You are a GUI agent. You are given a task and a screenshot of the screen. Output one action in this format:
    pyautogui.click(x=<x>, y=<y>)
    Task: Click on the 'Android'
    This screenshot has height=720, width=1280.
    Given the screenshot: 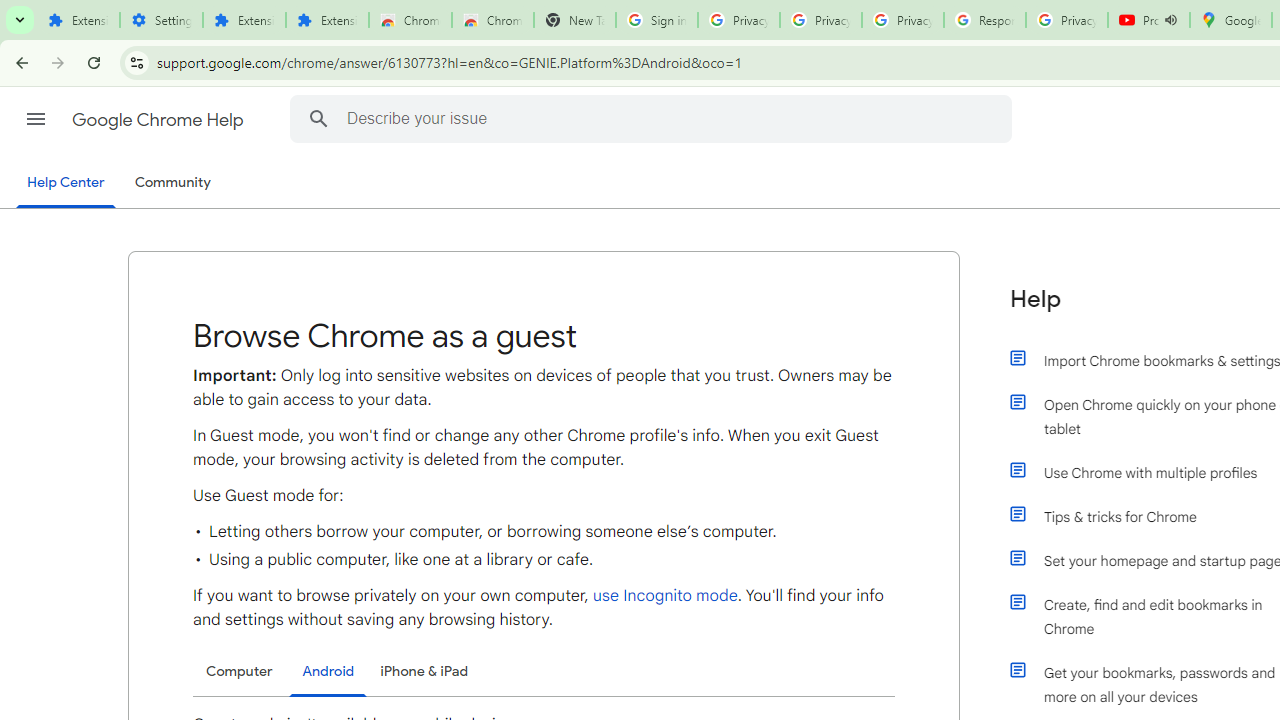 What is the action you would take?
    pyautogui.click(x=328, y=672)
    